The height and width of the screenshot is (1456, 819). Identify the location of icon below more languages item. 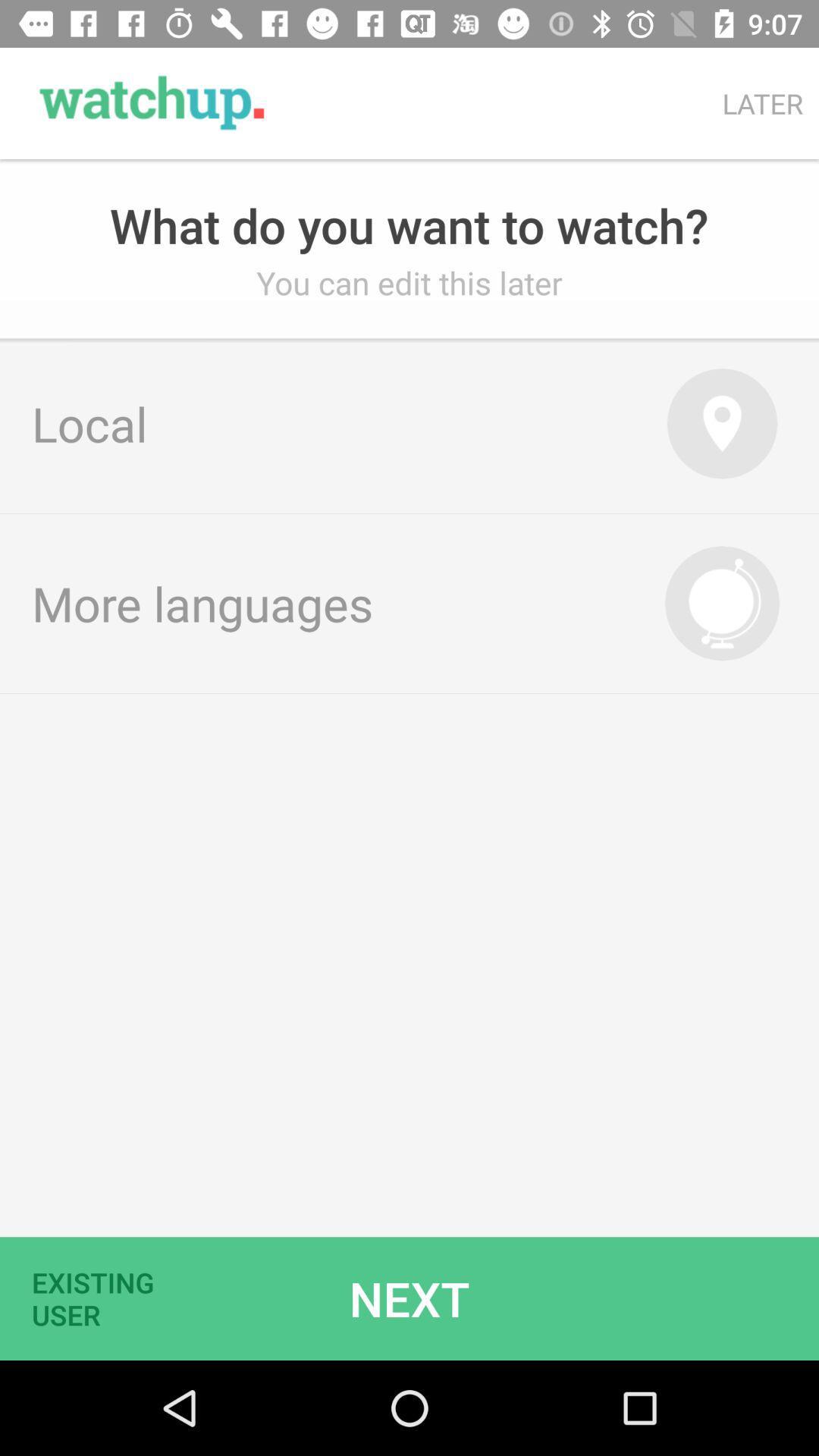
(409, 1298).